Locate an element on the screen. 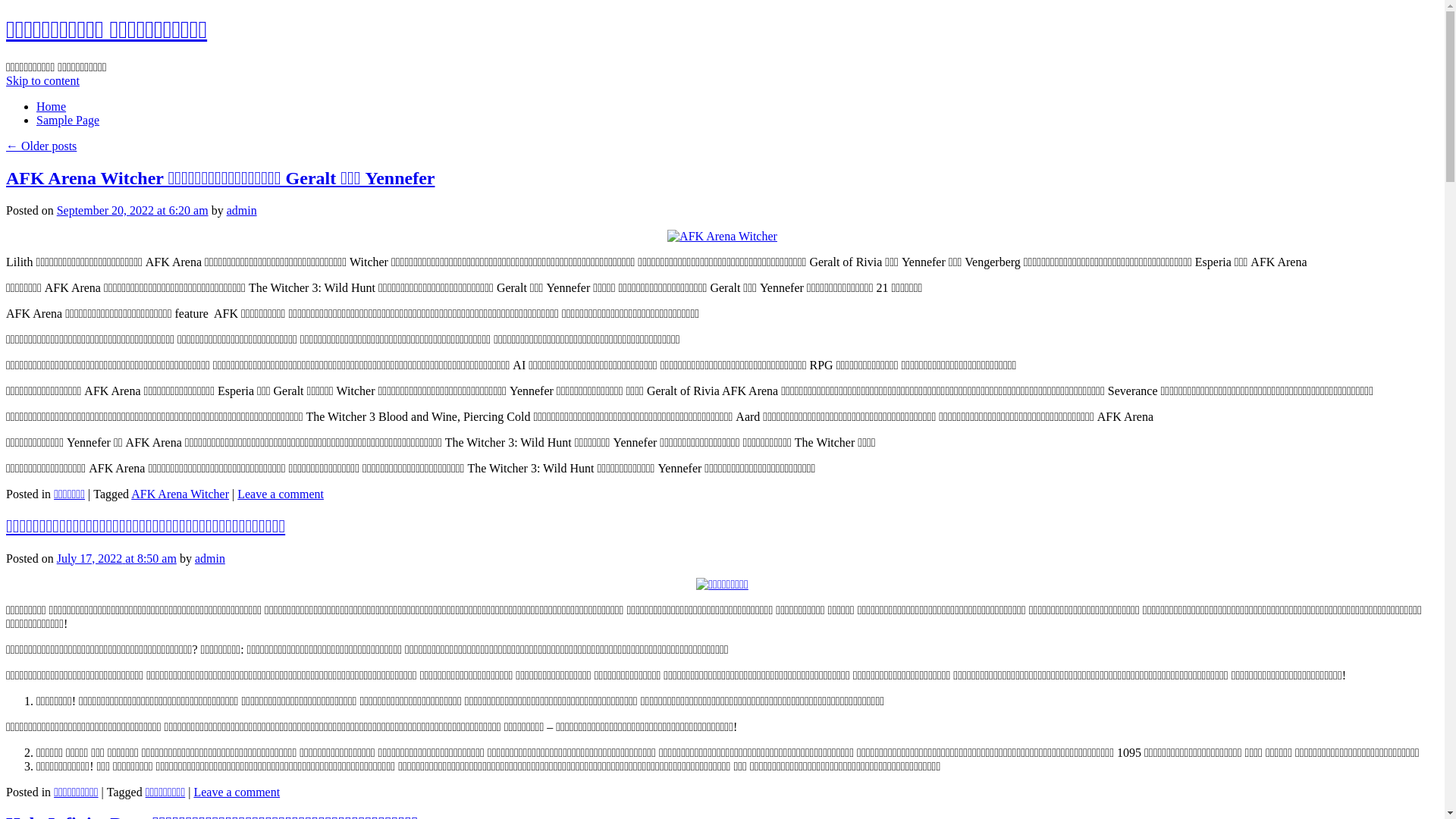 The image size is (1456, 819). 'Sample Page' is located at coordinates (67, 119).